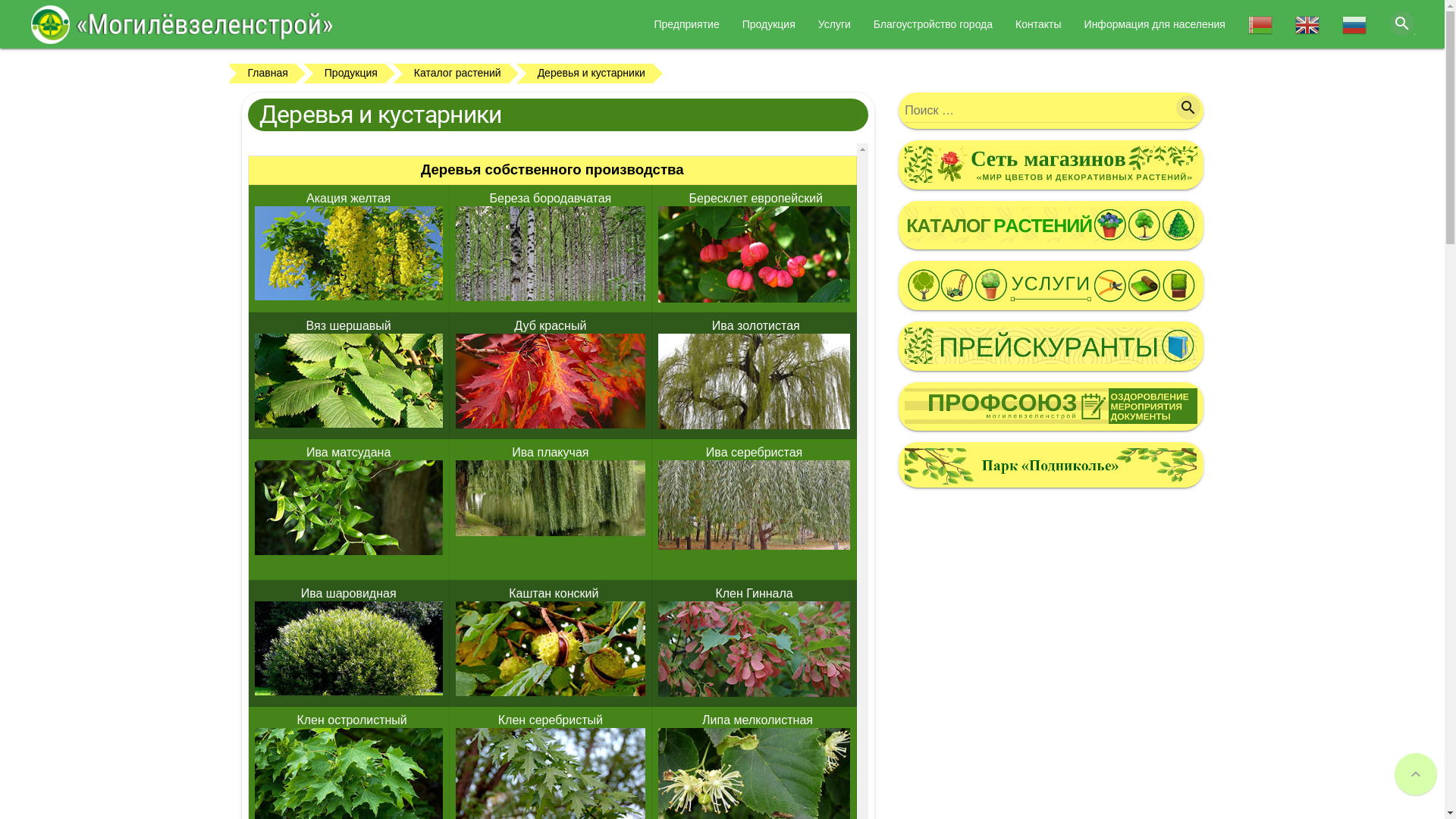  Describe the element at coordinates (1306, 30) in the screenshot. I see `'English'` at that location.